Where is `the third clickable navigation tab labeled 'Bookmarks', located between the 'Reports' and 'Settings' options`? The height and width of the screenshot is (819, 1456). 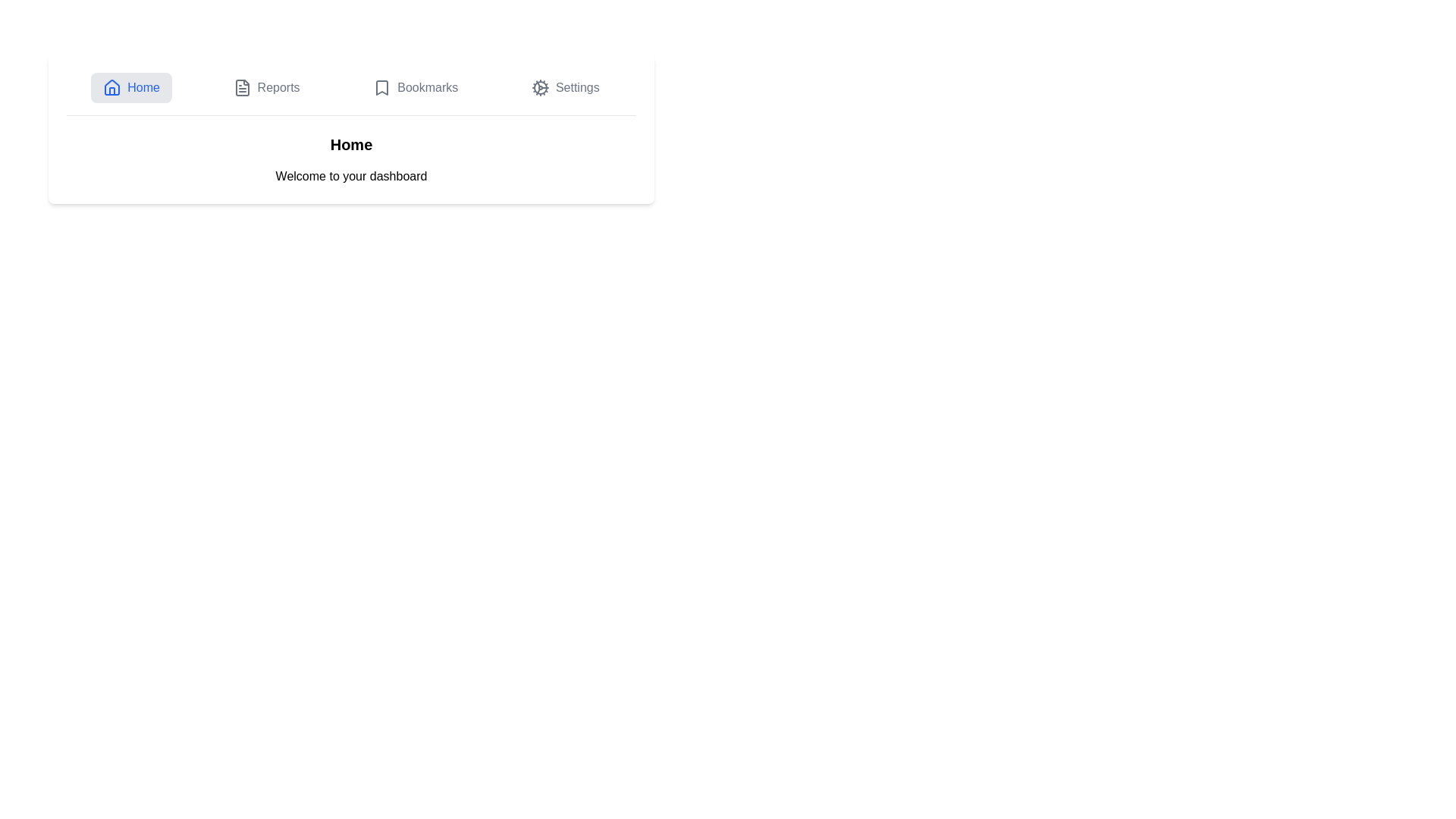 the third clickable navigation tab labeled 'Bookmarks', located between the 'Reports' and 'Settings' options is located at coordinates (416, 87).